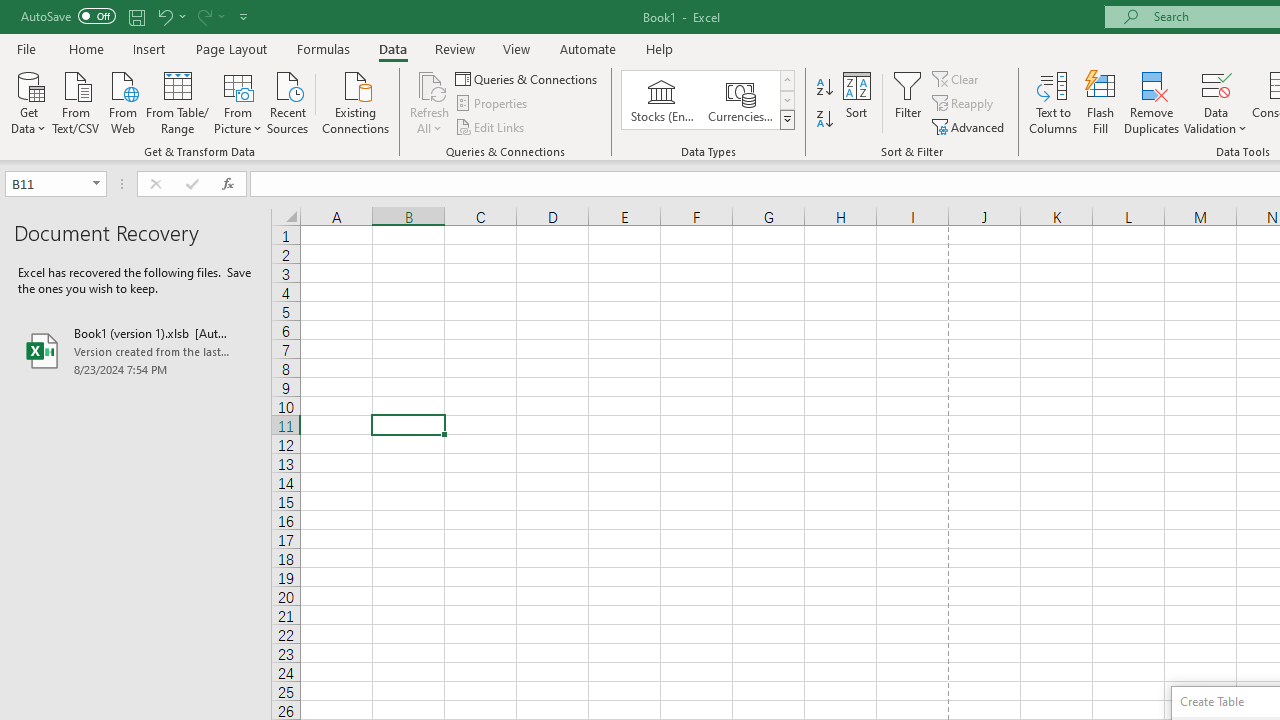 The height and width of the screenshot is (720, 1280). Describe the element at coordinates (517, 48) in the screenshot. I see `'View'` at that location.